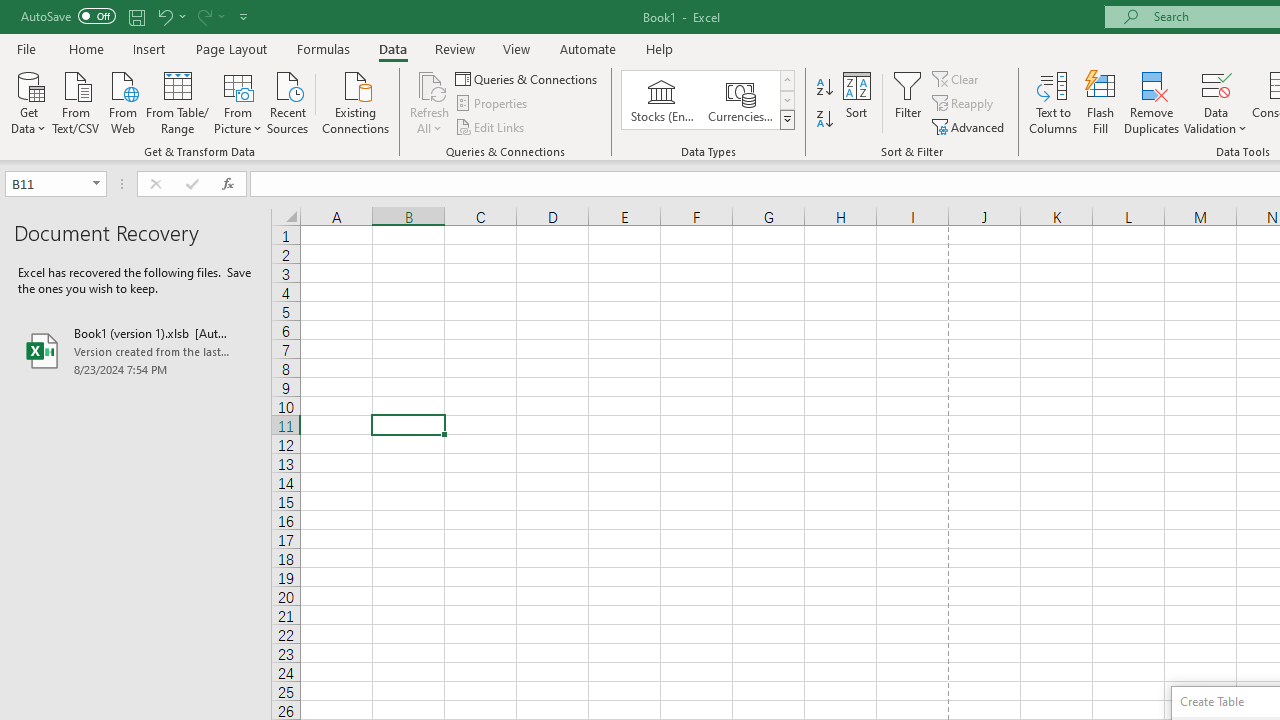 The height and width of the screenshot is (720, 1280). Describe the element at coordinates (517, 48) in the screenshot. I see `'View'` at that location.